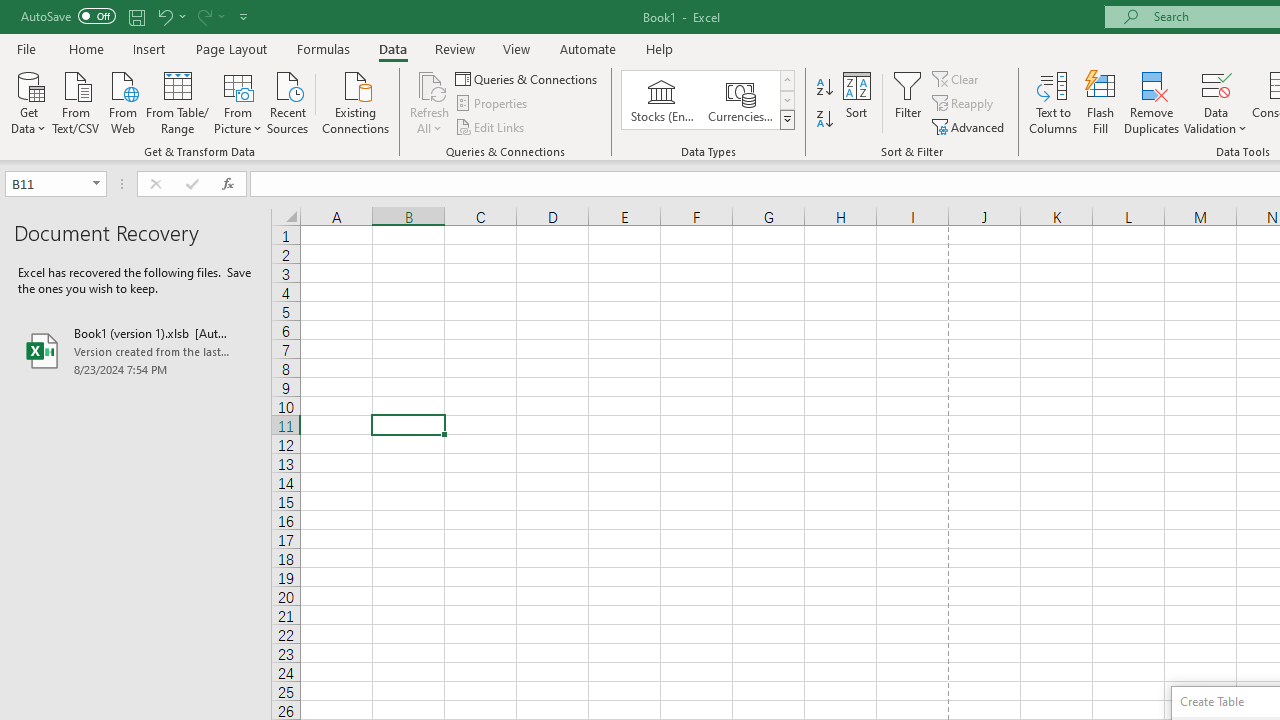 The height and width of the screenshot is (720, 1280). Describe the element at coordinates (517, 48) in the screenshot. I see `'View'` at that location.